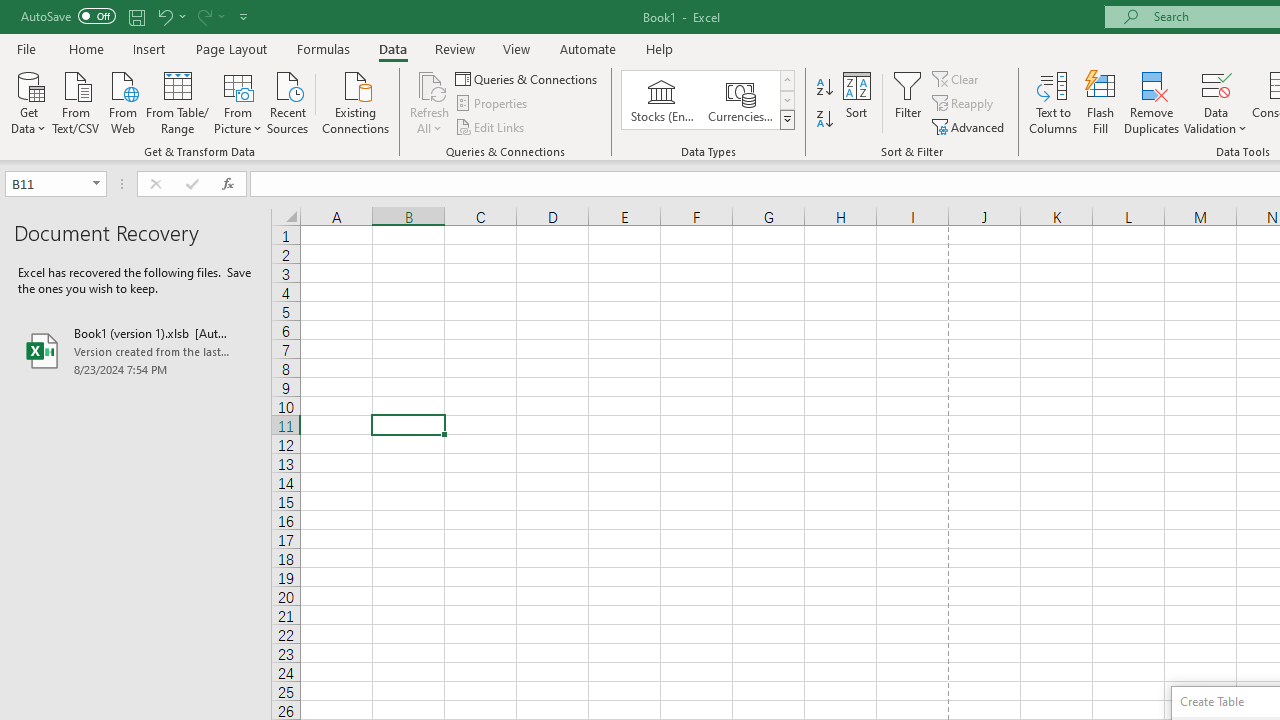 The height and width of the screenshot is (720, 1280). Describe the element at coordinates (517, 48) in the screenshot. I see `'View'` at that location.